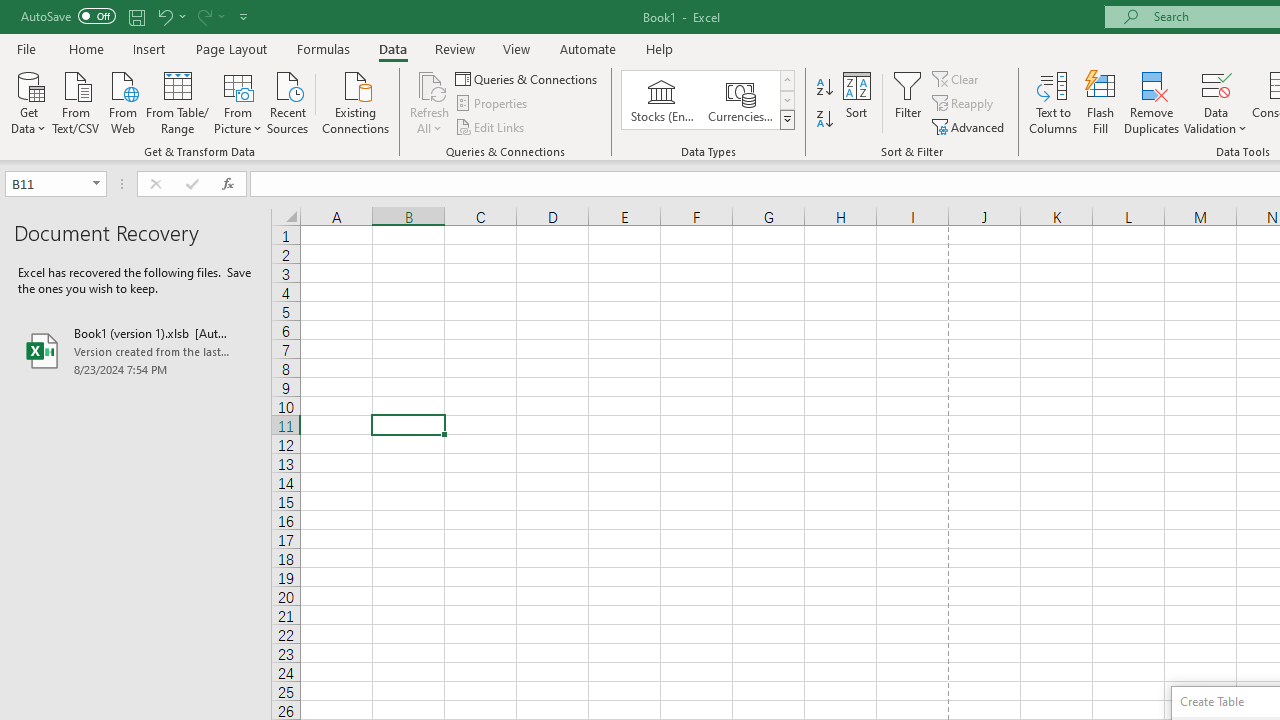 The height and width of the screenshot is (720, 1280). Describe the element at coordinates (517, 48) in the screenshot. I see `'View'` at that location.